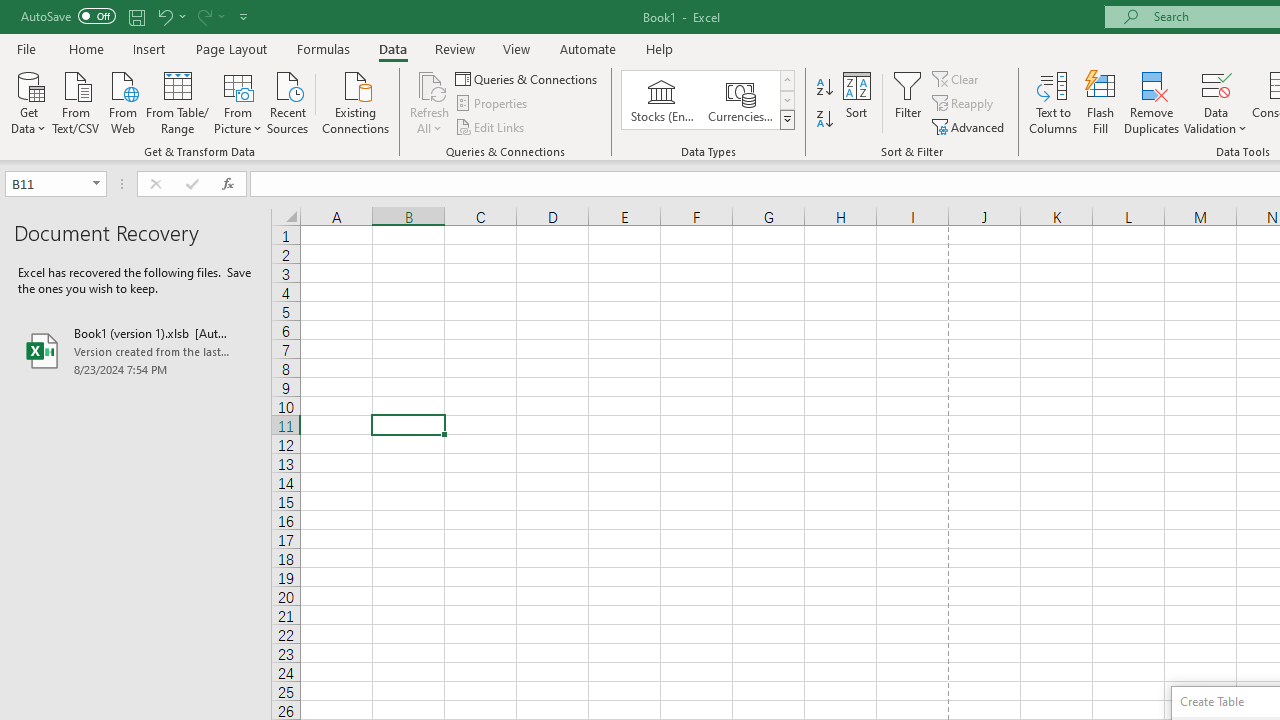 The height and width of the screenshot is (720, 1280). Describe the element at coordinates (517, 48) in the screenshot. I see `'View'` at that location.